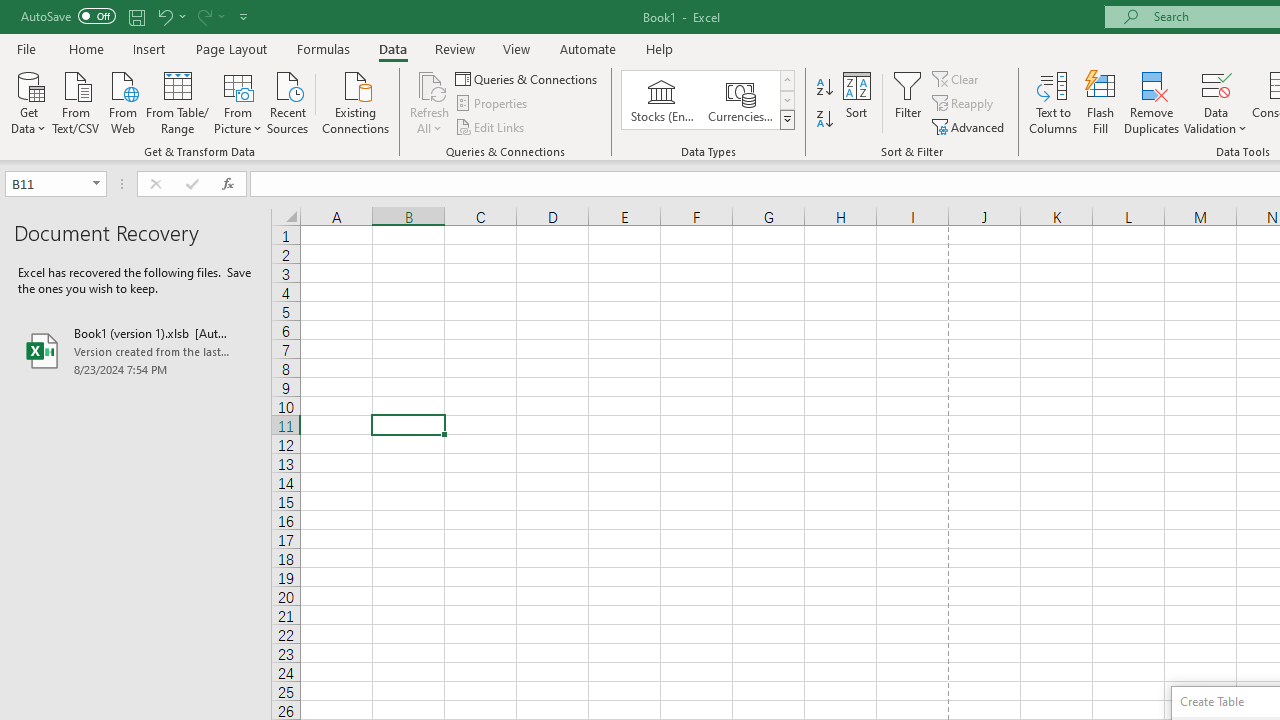 The height and width of the screenshot is (720, 1280). Describe the element at coordinates (517, 48) in the screenshot. I see `'View'` at that location.